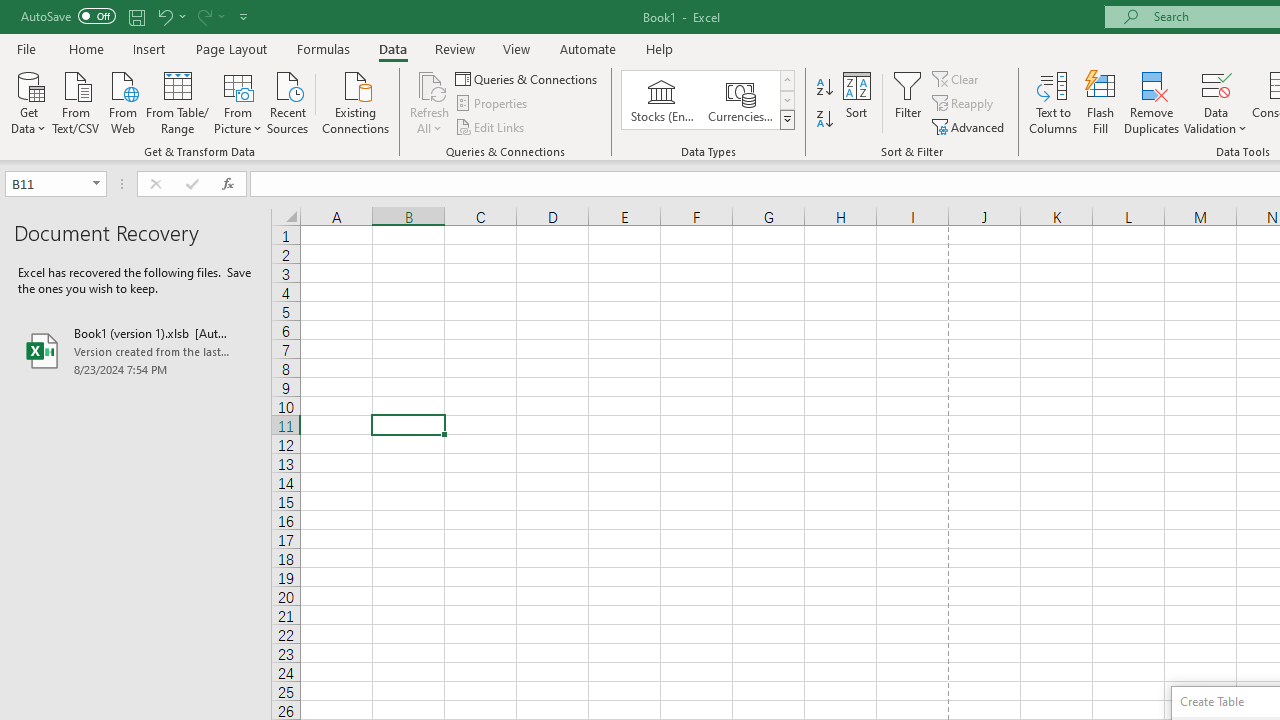 The height and width of the screenshot is (720, 1280). Describe the element at coordinates (517, 48) in the screenshot. I see `'View'` at that location.